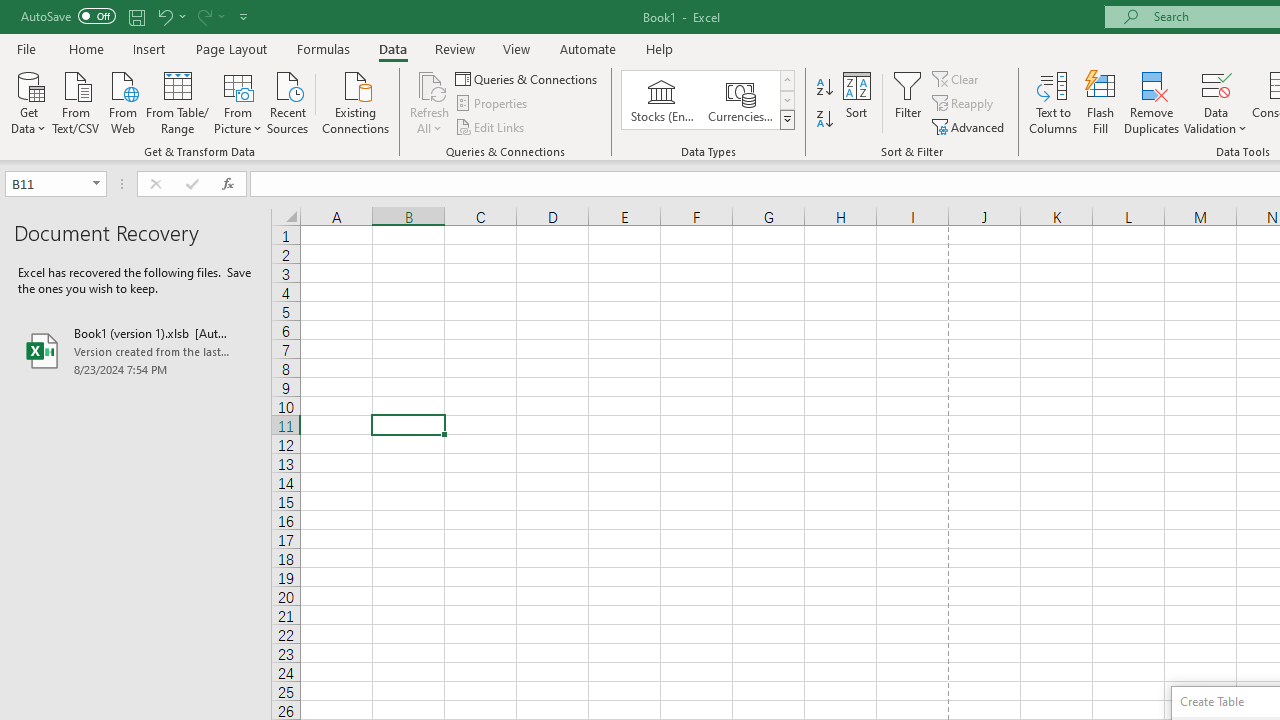 The height and width of the screenshot is (720, 1280). Describe the element at coordinates (517, 48) in the screenshot. I see `'View'` at that location.